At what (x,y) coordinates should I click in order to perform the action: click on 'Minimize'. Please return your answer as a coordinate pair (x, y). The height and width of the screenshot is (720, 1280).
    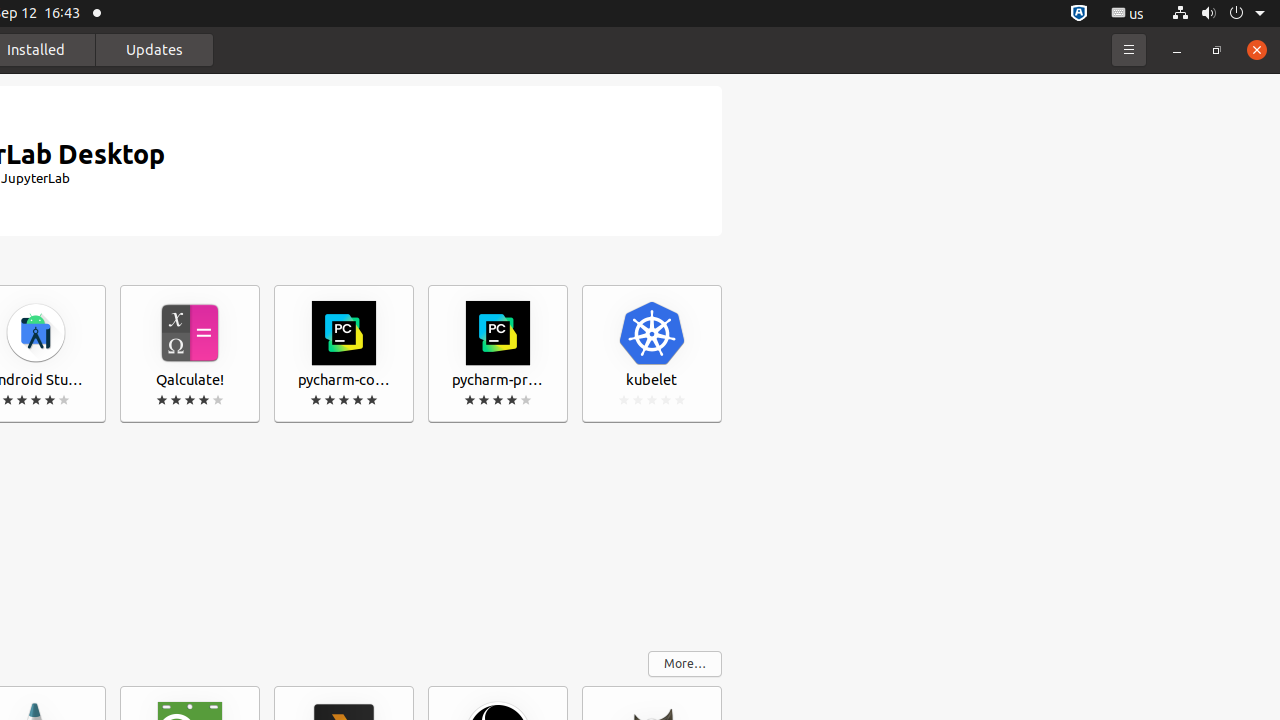
    Looking at the image, I should click on (1176, 48).